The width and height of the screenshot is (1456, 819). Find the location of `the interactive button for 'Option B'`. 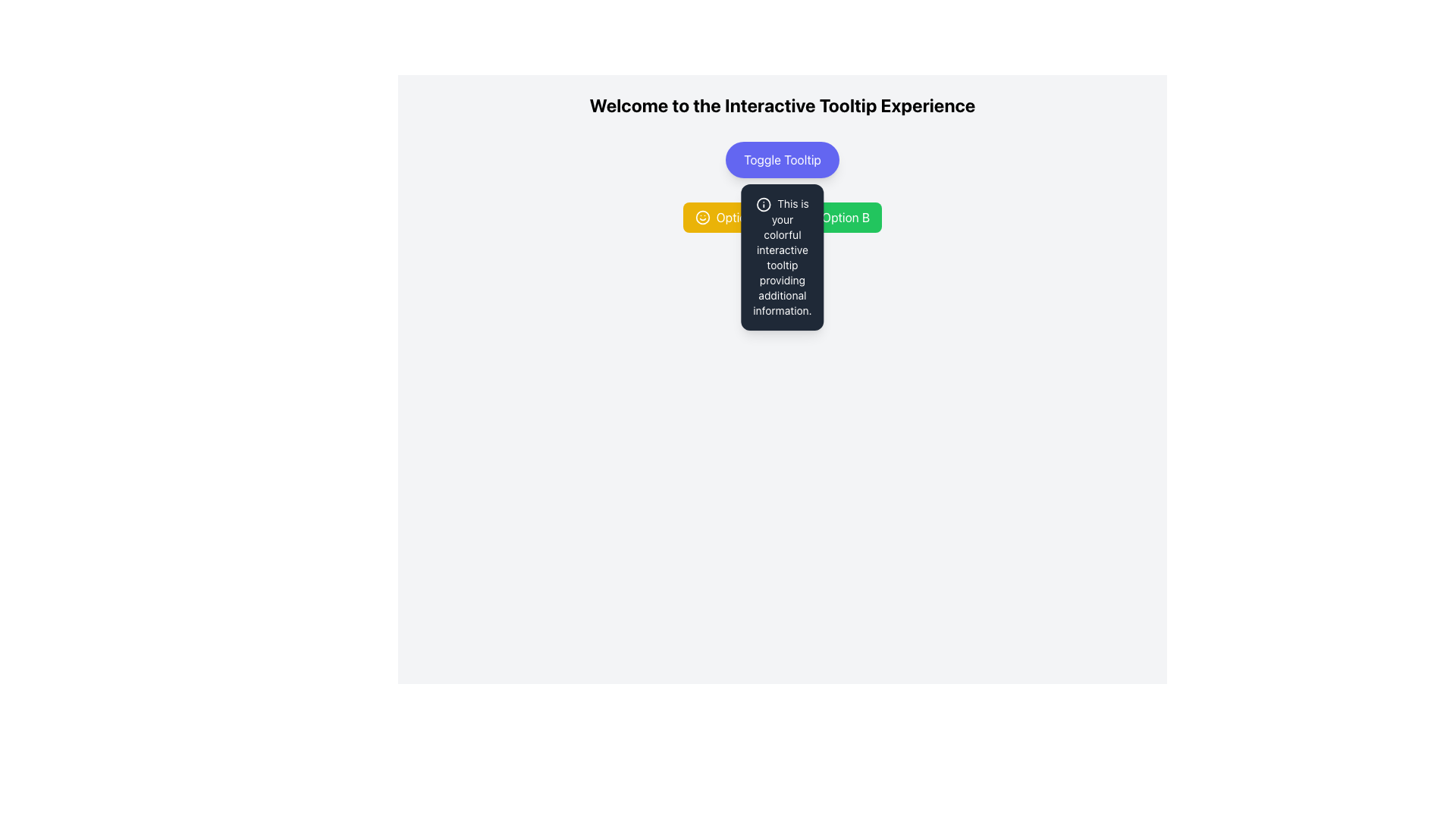

the interactive button for 'Option B' is located at coordinates (834, 217).